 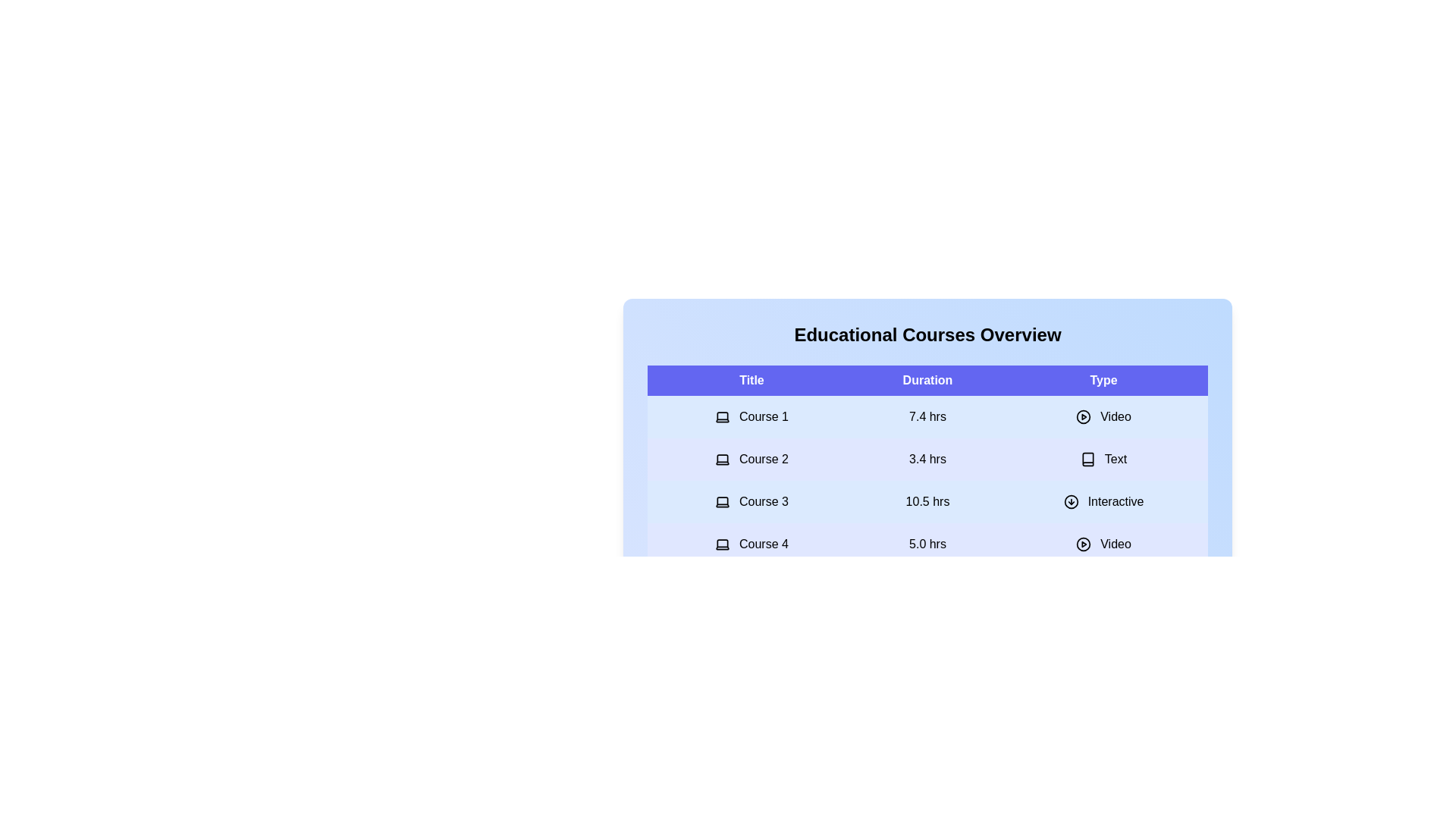 What do you see at coordinates (1087, 458) in the screenshot?
I see `the type icon for the course with title 'Course 2'` at bounding box center [1087, 458].